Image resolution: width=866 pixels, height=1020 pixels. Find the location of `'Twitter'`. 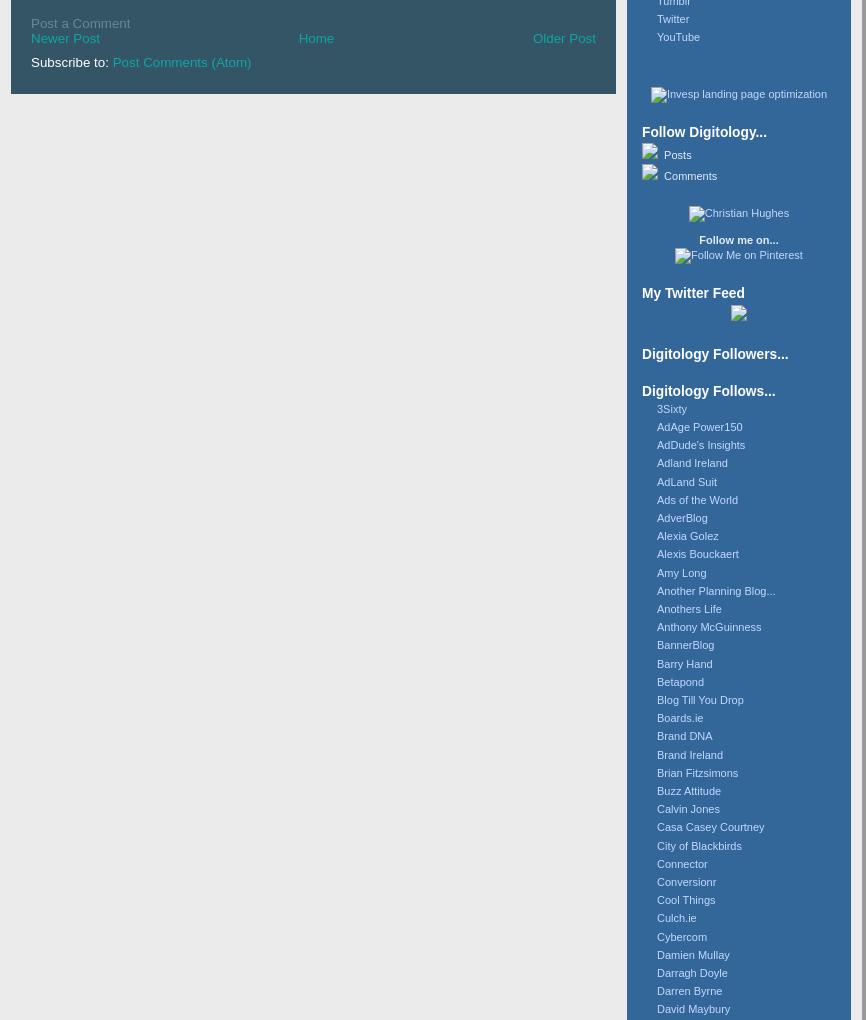

'Twitter' is located at coordinates (656, 16).